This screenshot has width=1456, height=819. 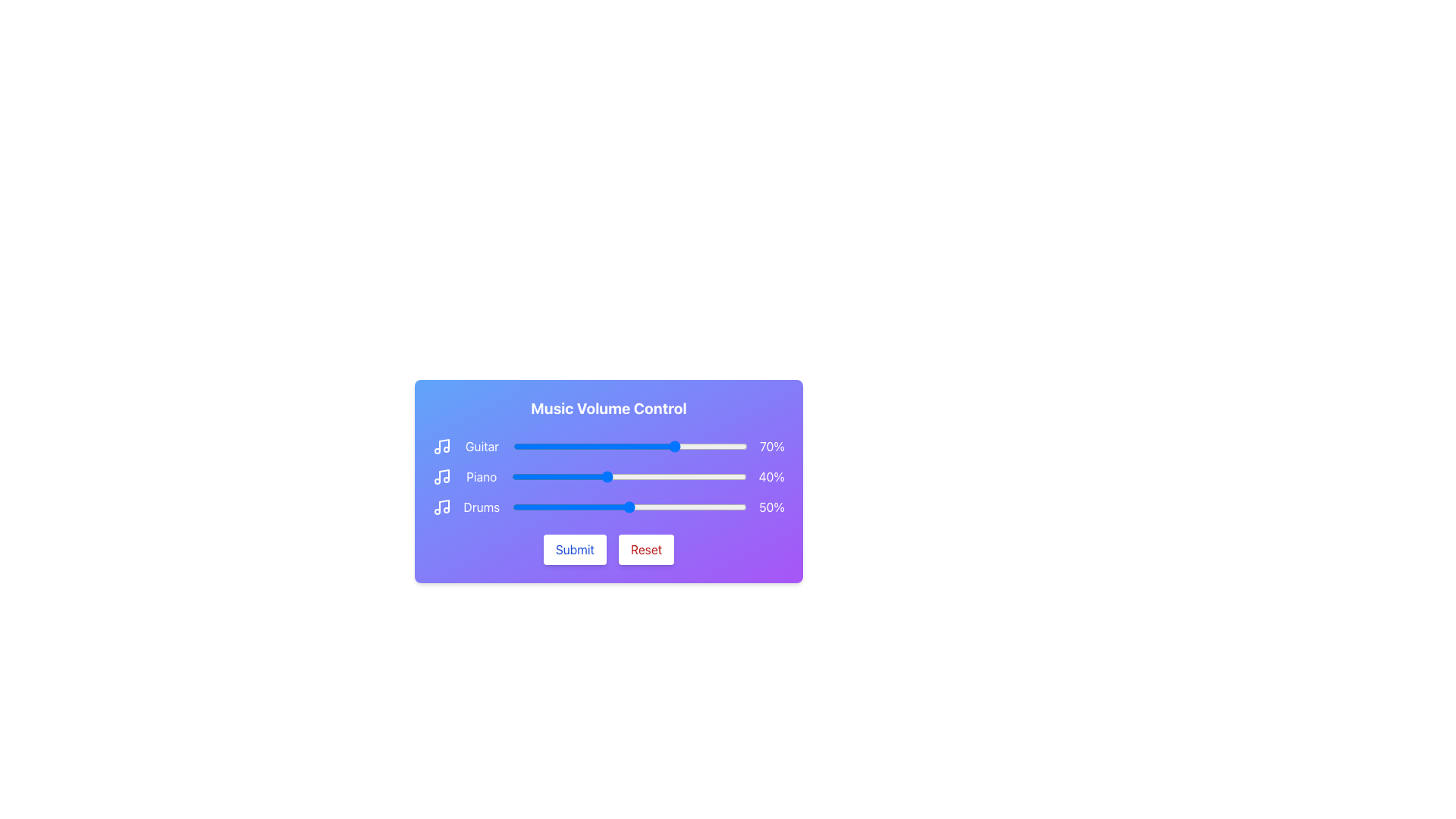 What do you see at coordinates (624, 475) in the screenshot?
I see `the Piano slider` at bounding box center [624, 475].